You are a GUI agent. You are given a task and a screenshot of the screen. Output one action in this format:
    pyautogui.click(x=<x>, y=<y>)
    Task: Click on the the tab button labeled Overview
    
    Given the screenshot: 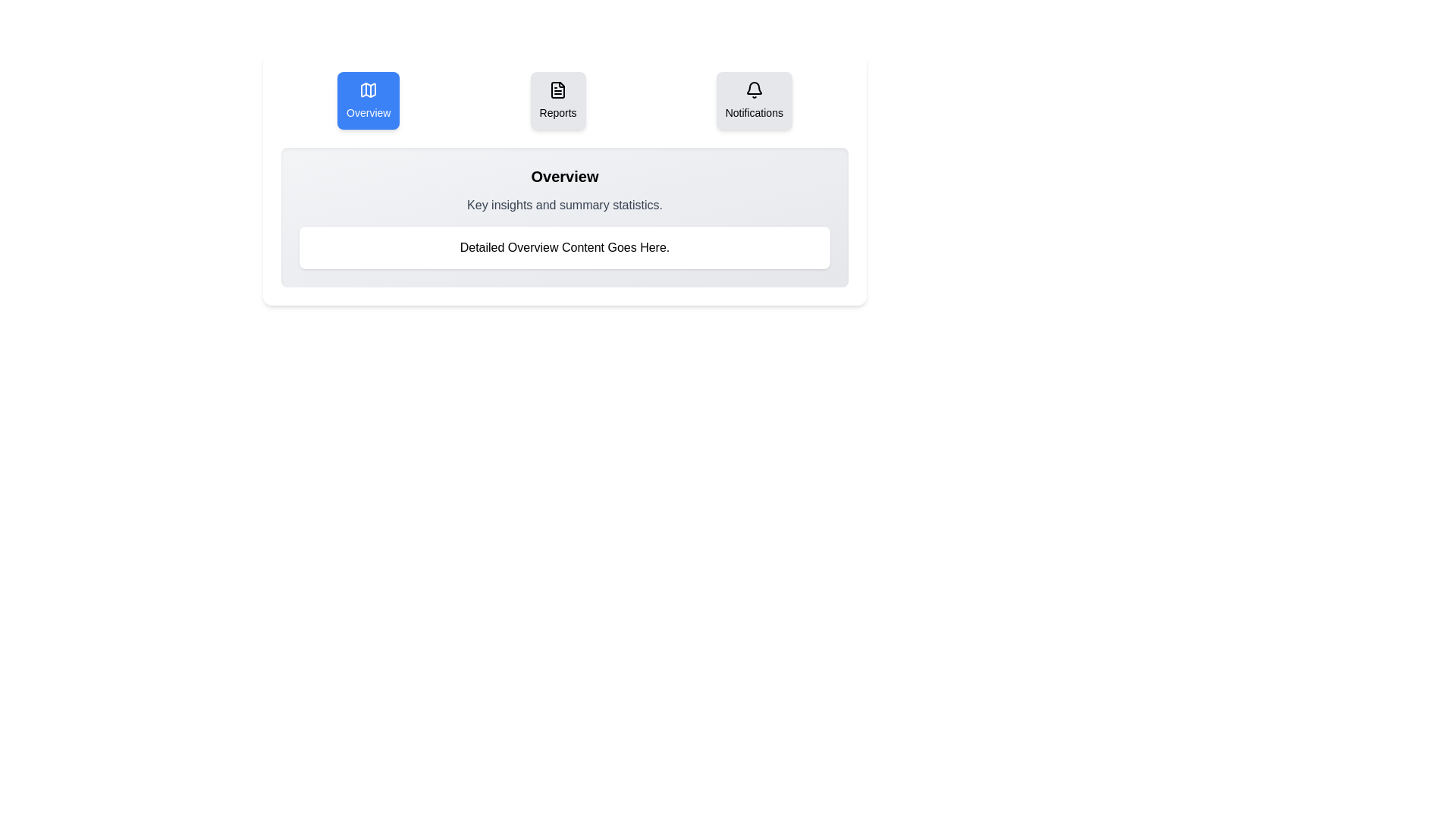 What is the action you would take?
    pyautogui.click(x=369, y=100)
    